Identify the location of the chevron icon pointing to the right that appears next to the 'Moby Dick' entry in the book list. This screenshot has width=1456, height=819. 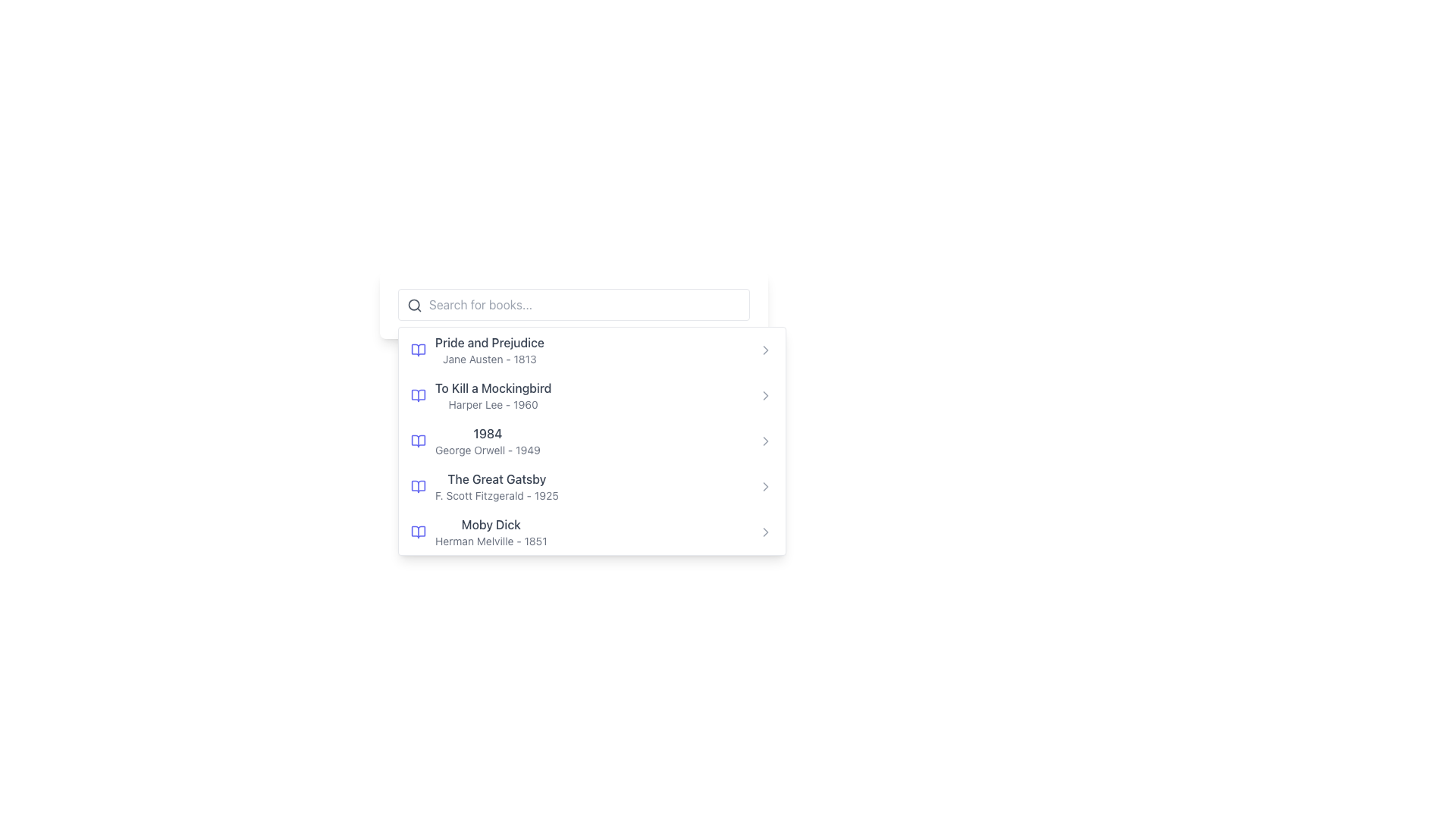
(765, 532).